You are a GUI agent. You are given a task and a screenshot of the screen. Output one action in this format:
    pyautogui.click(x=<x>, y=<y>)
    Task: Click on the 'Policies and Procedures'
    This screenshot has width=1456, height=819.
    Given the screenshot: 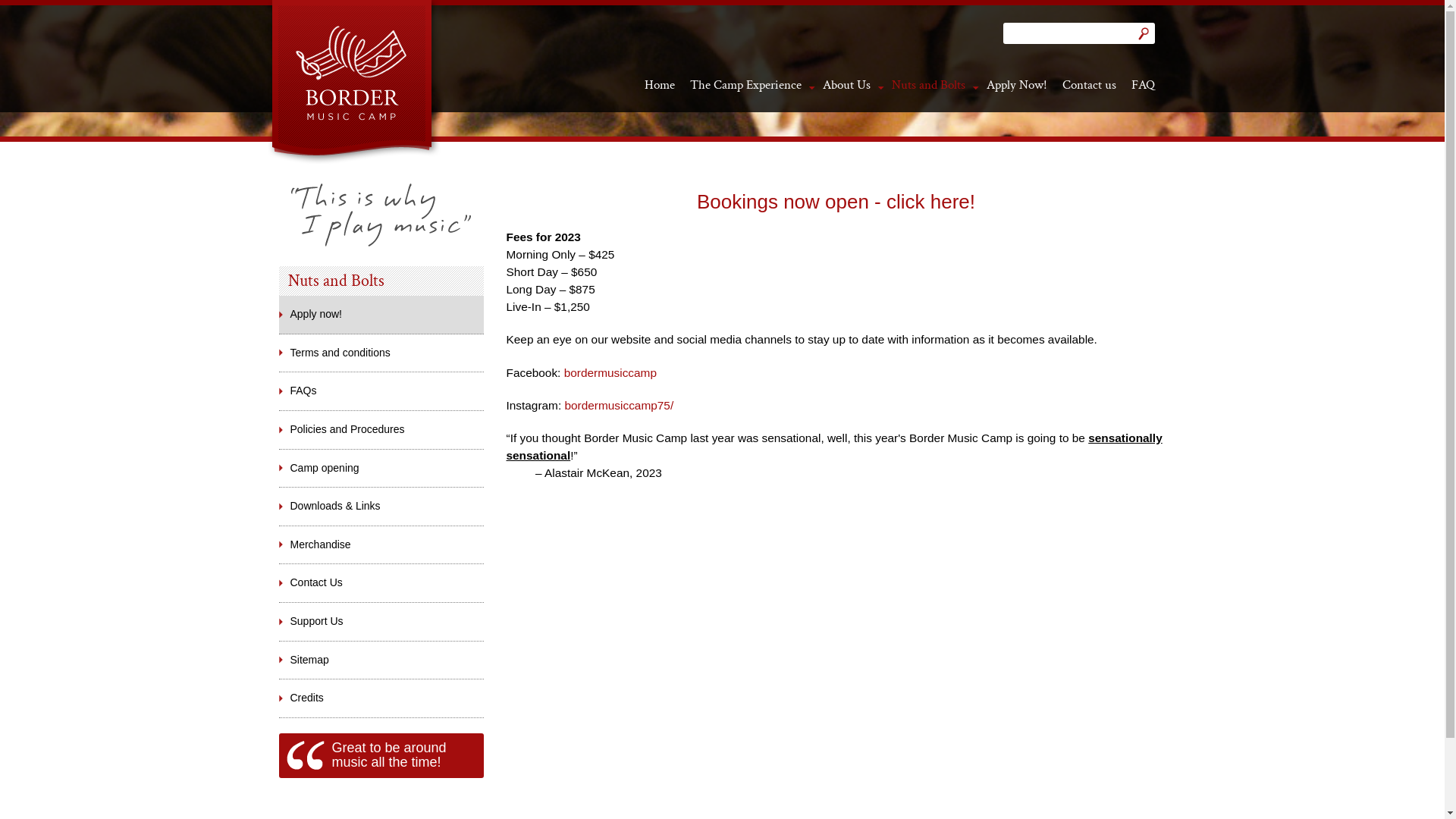 What is the action you would take?
    pyautogui.click(x=279, y=430)
    